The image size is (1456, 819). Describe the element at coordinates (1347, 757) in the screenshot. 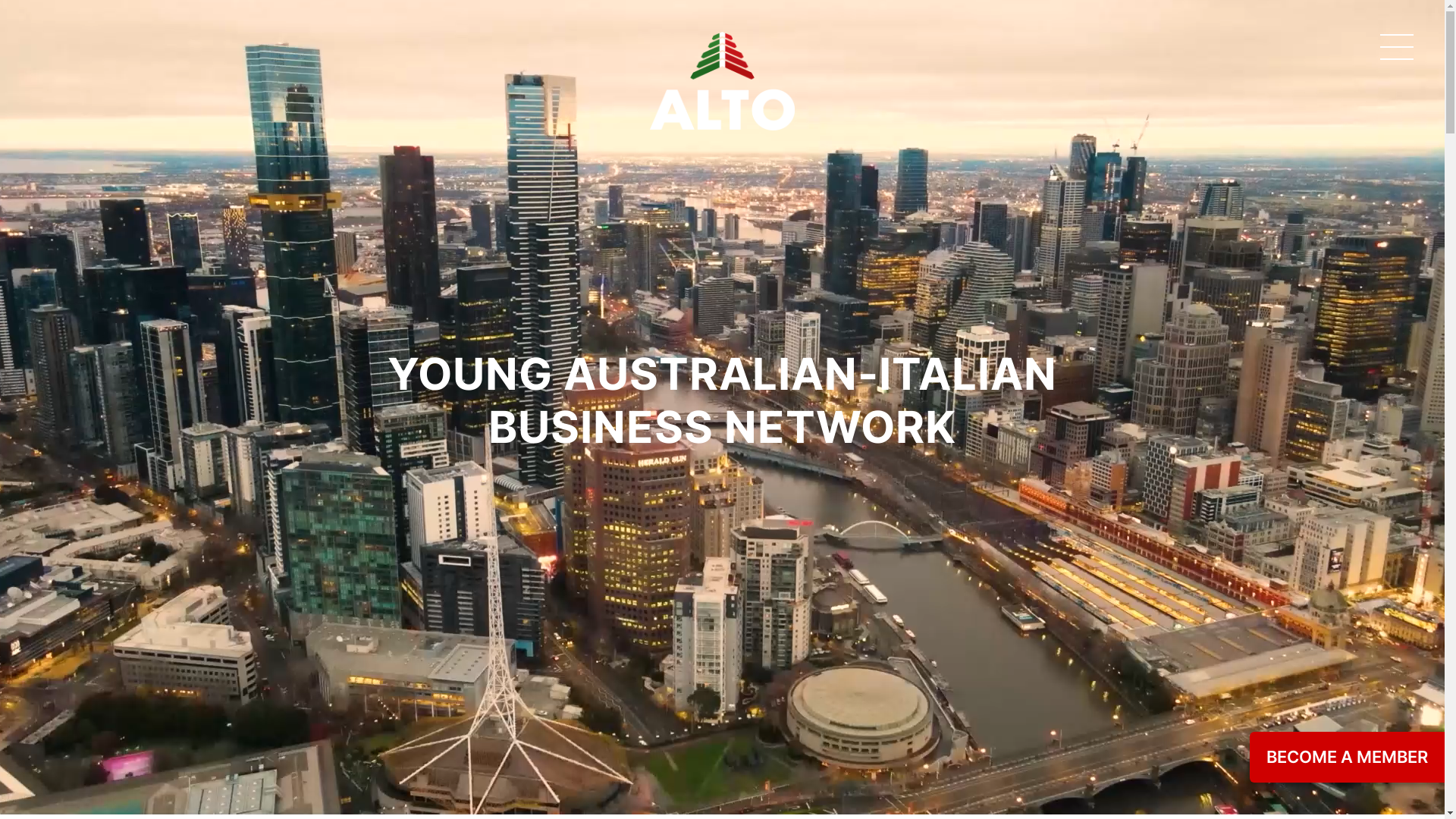

I see `'BECOME A MEMBER'` at that location.